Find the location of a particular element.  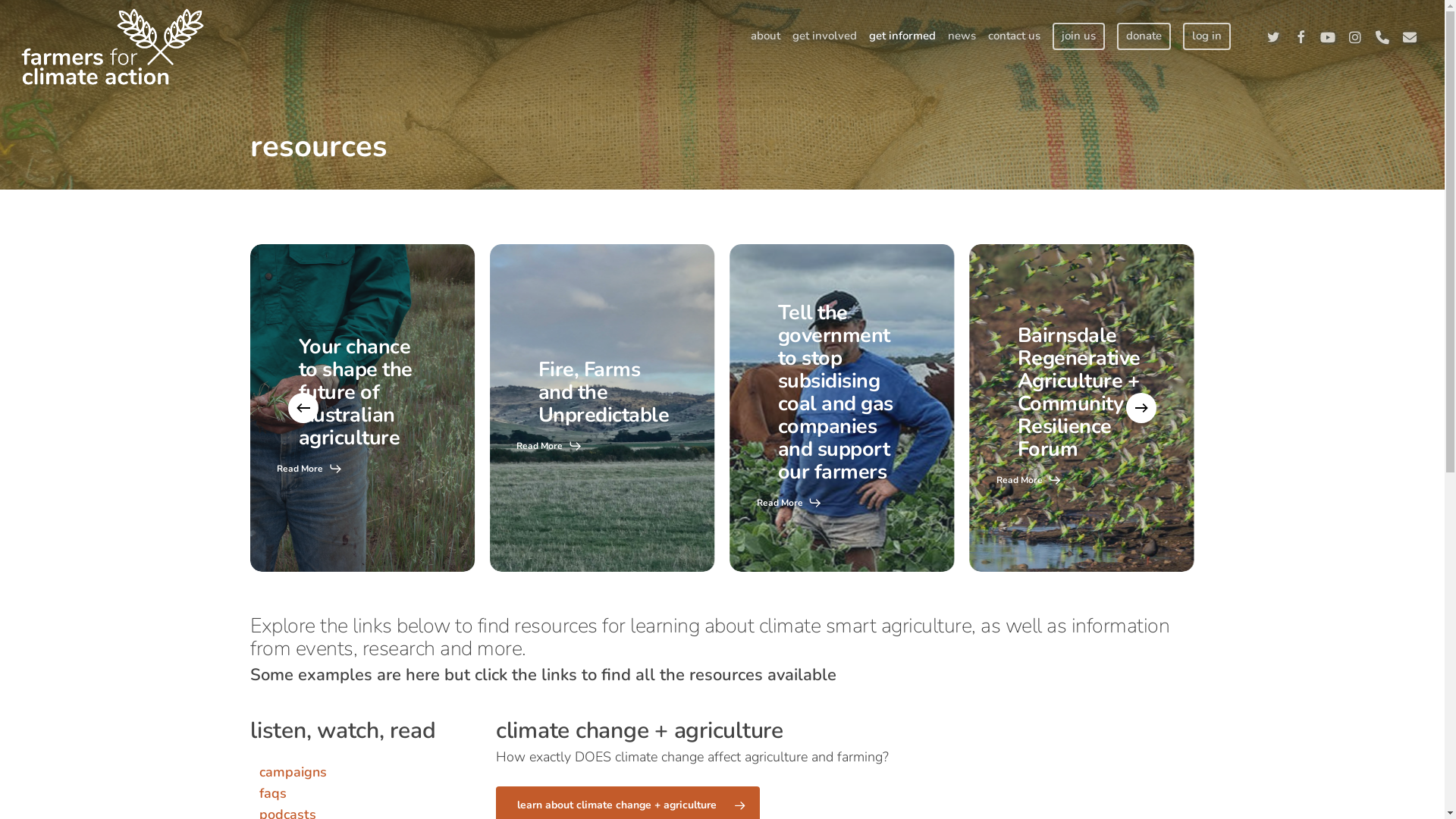

'instagram' is located at coordinates (1354, 35).